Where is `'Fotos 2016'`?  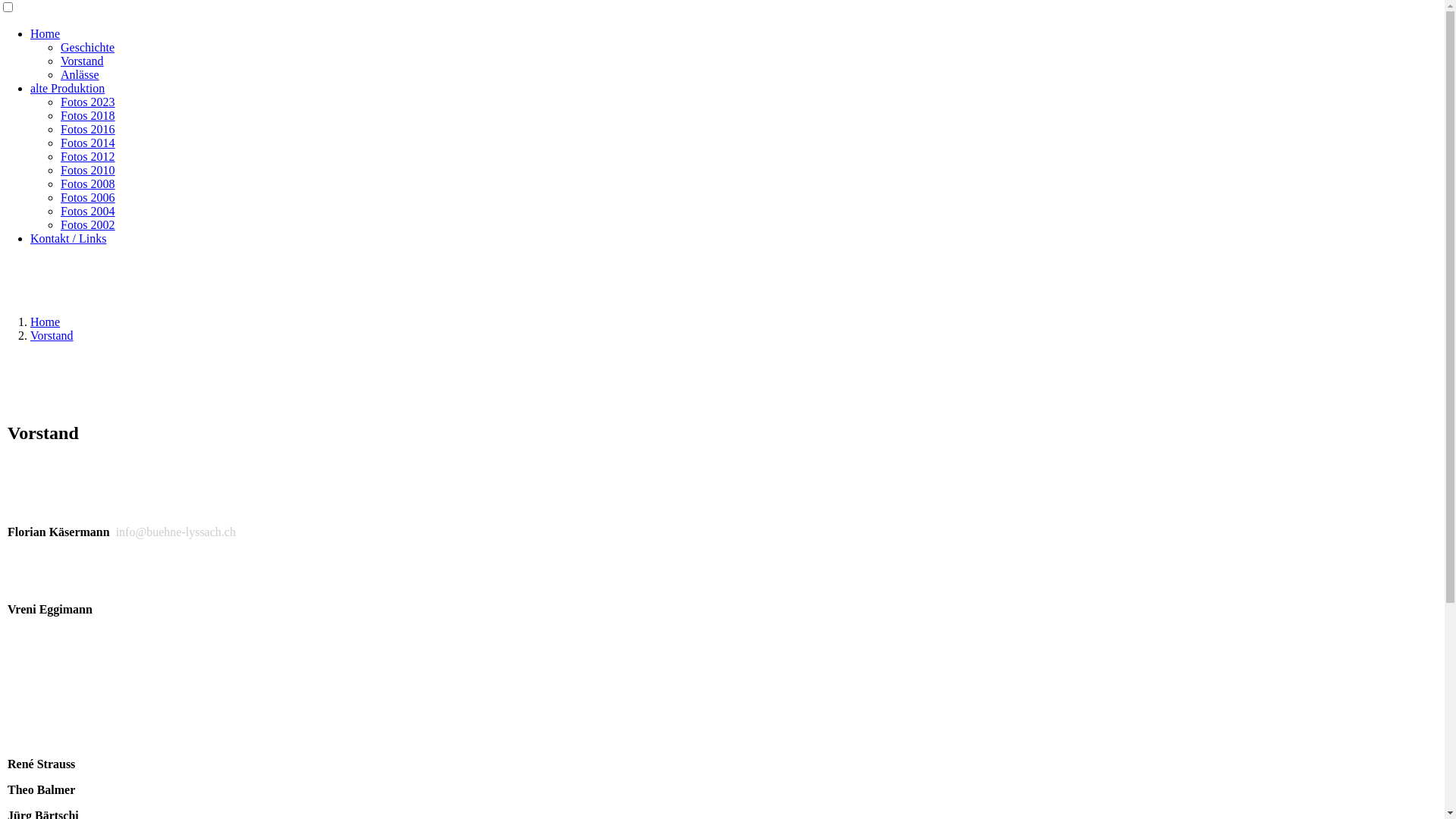 'Fotos 2016' is located at coordinates (86, 128).